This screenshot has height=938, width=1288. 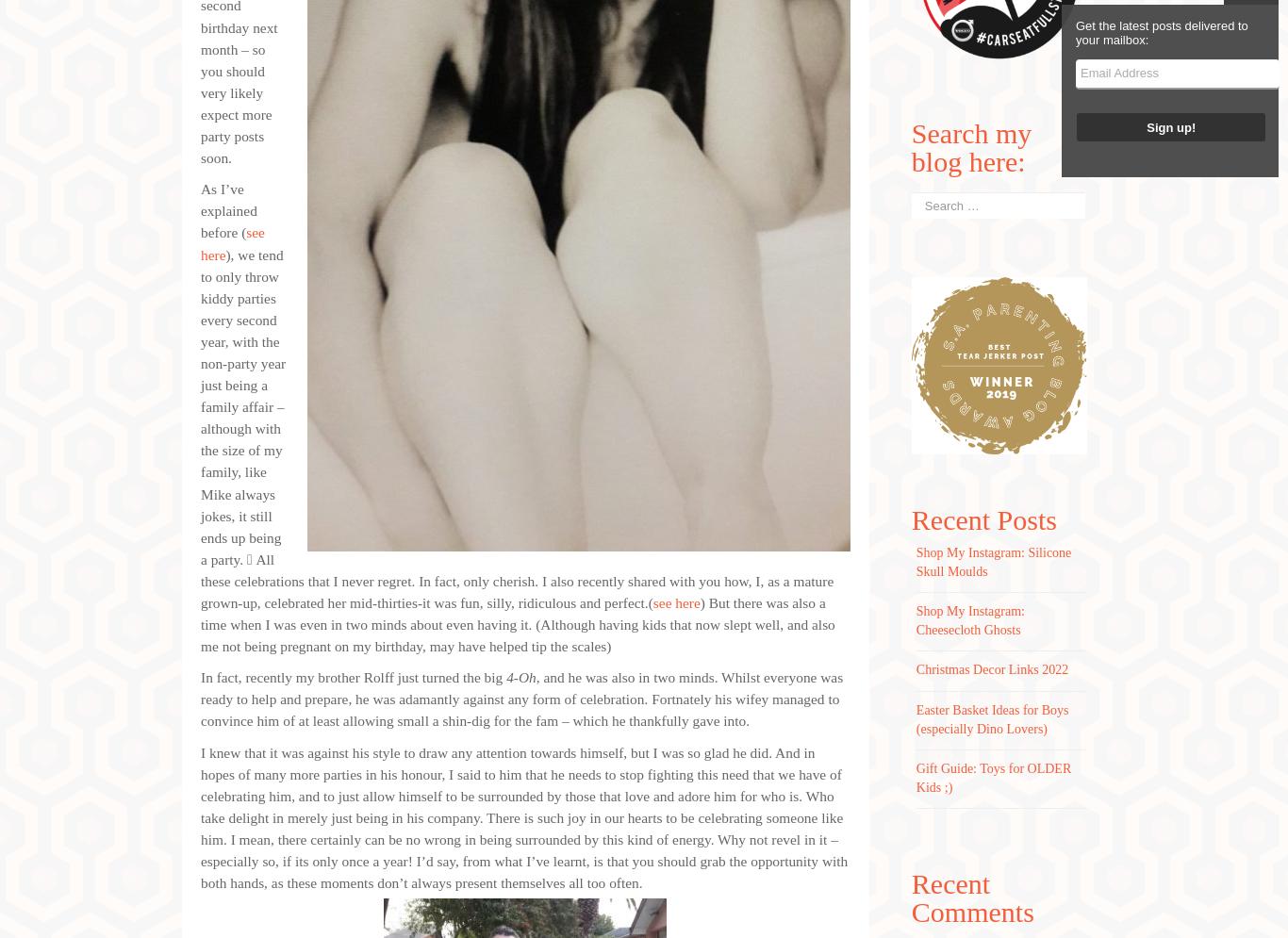 What do you see at coordinates (512, 614) in the screenshot?
I see `') But there was also a time when I was'` at bounding box center [512, 614].